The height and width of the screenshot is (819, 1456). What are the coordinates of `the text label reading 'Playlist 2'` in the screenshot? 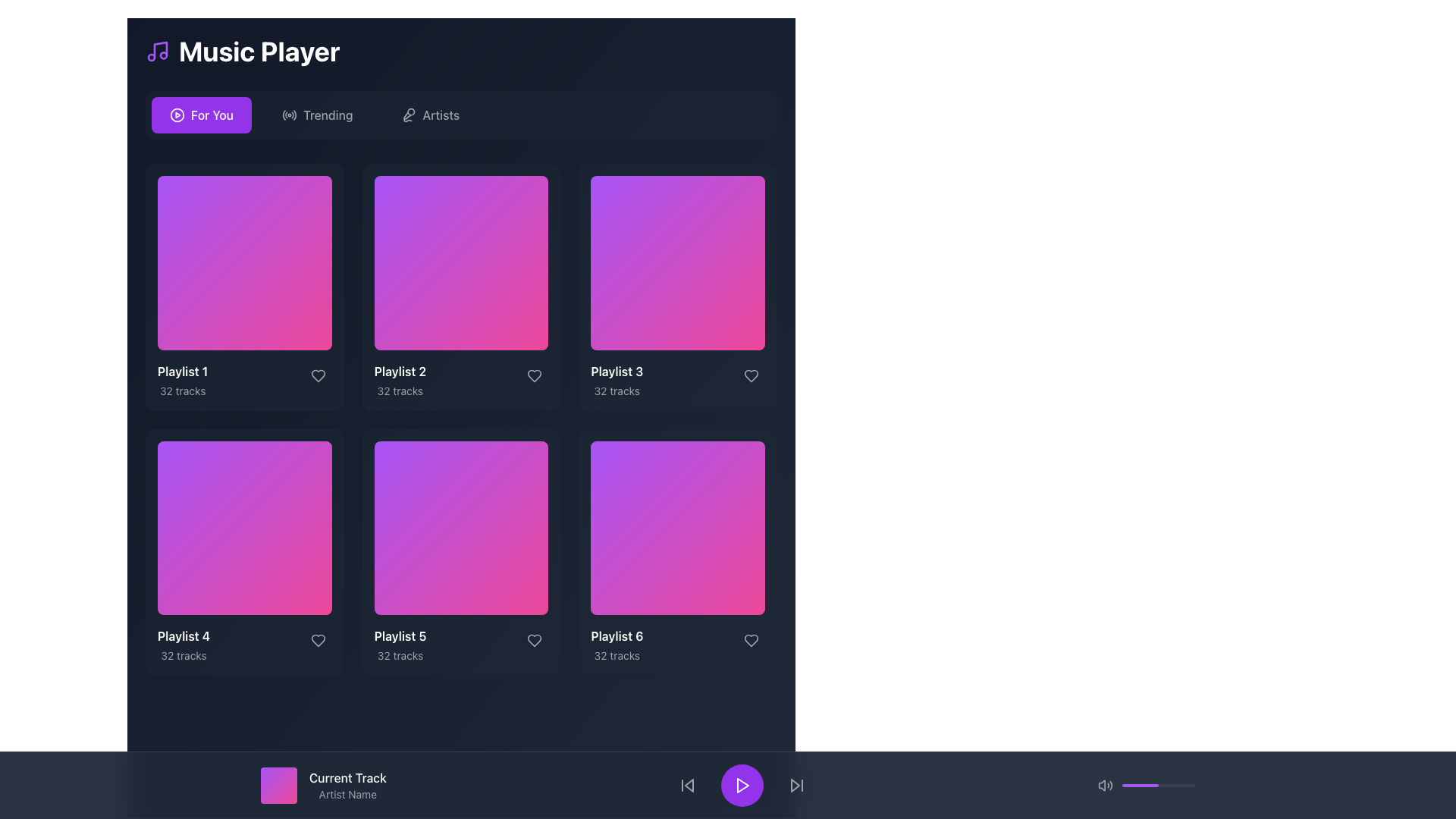 It's located at (400, 371).